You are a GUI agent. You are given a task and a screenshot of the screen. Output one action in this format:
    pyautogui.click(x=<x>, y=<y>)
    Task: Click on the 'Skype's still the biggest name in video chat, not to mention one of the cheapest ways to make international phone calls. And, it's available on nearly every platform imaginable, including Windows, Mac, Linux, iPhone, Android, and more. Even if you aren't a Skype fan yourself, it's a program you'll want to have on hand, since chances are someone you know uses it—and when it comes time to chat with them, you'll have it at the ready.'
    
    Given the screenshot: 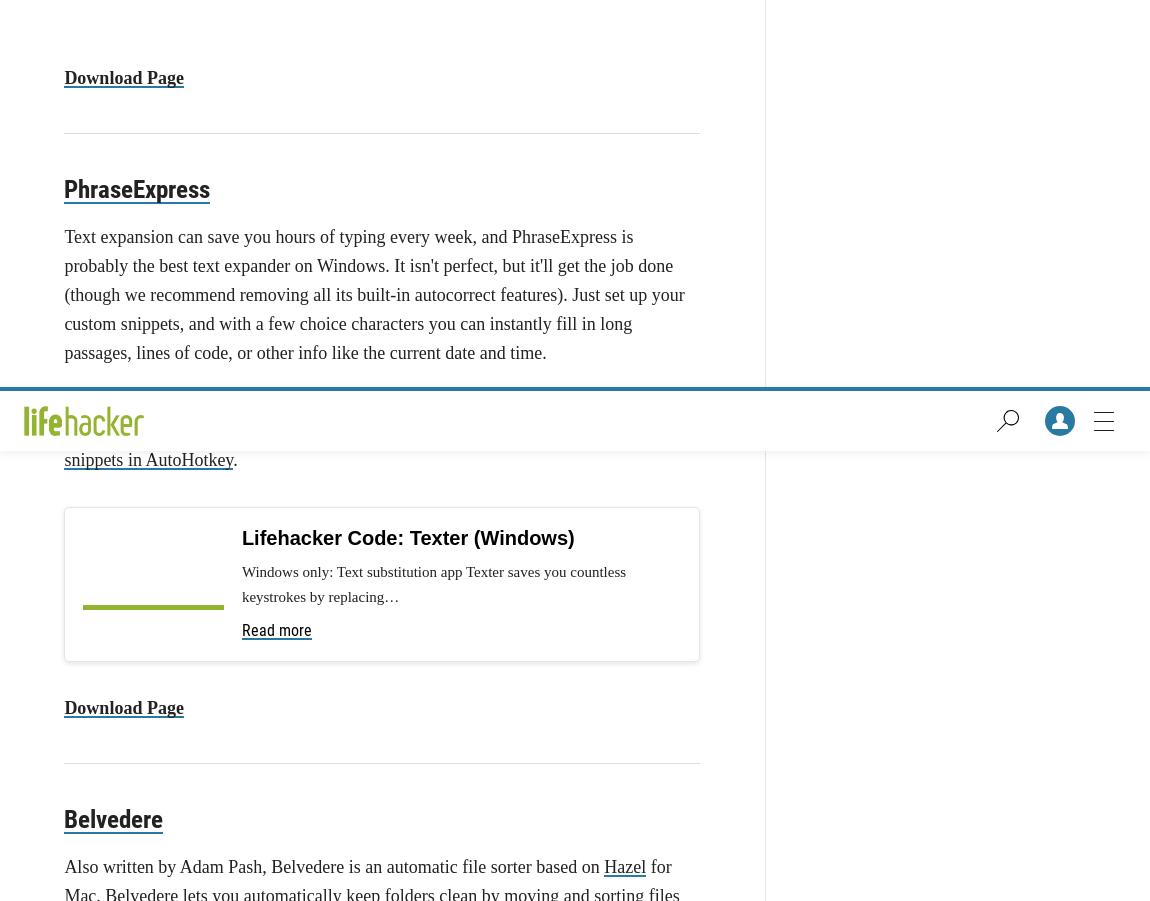 What is the action you would take?
    pyautogui.click(x=381, y=534)
    